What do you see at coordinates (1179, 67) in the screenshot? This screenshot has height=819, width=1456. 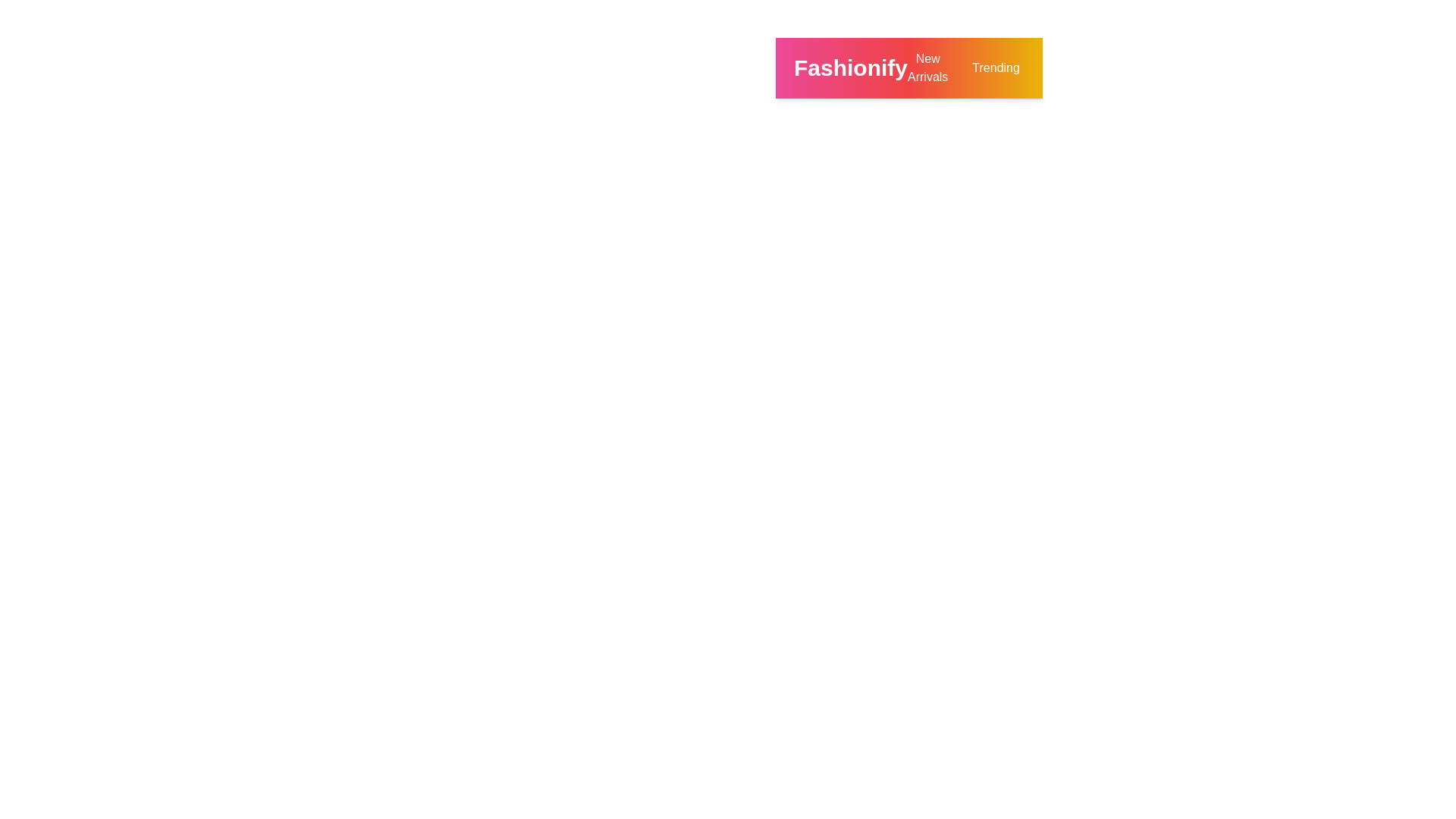 I see `the shopping bag icon to view the shopping cart` at bounding box center [1179, 67].